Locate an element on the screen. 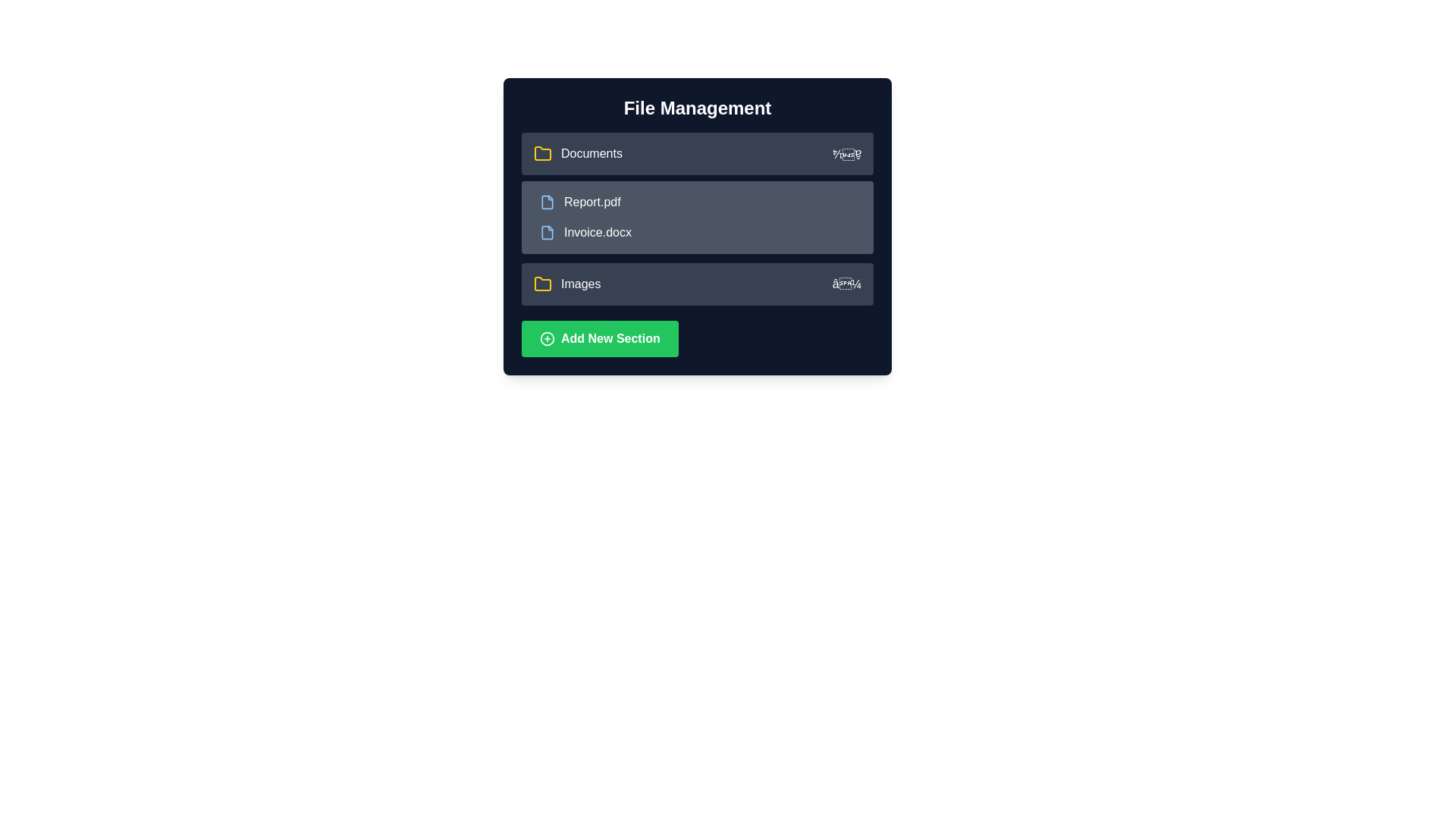  the blue file-shaped icon with a folded edge located in the second row of the file management interface, adjacent to the 'Invoice.docx' label is located at coordinates (546, 233).